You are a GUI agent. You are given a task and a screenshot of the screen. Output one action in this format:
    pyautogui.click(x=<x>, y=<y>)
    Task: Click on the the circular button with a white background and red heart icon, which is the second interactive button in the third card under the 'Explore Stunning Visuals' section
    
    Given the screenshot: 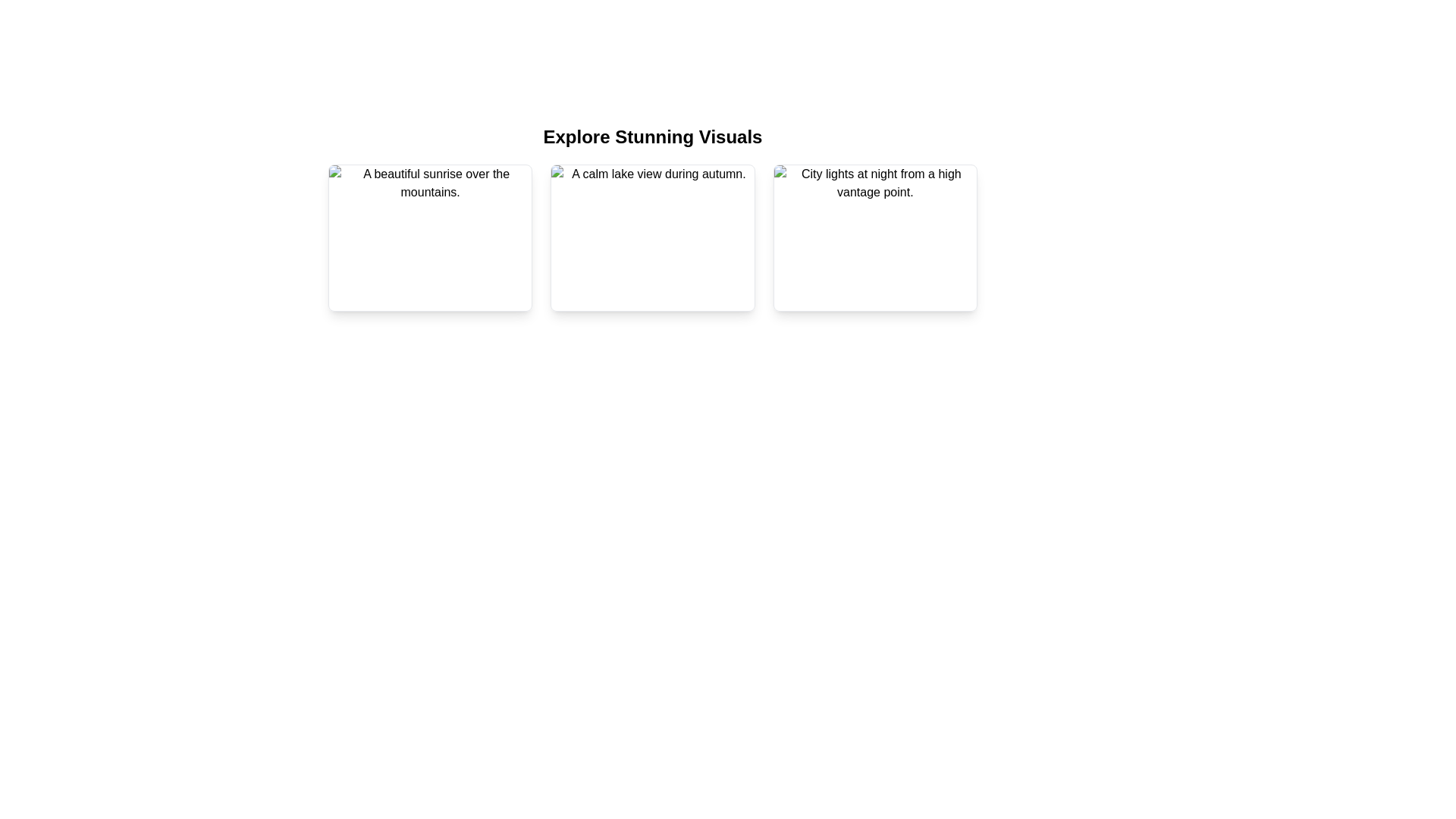 What is the action you would take?
    pyautogui.click(x=826, y=294)
    